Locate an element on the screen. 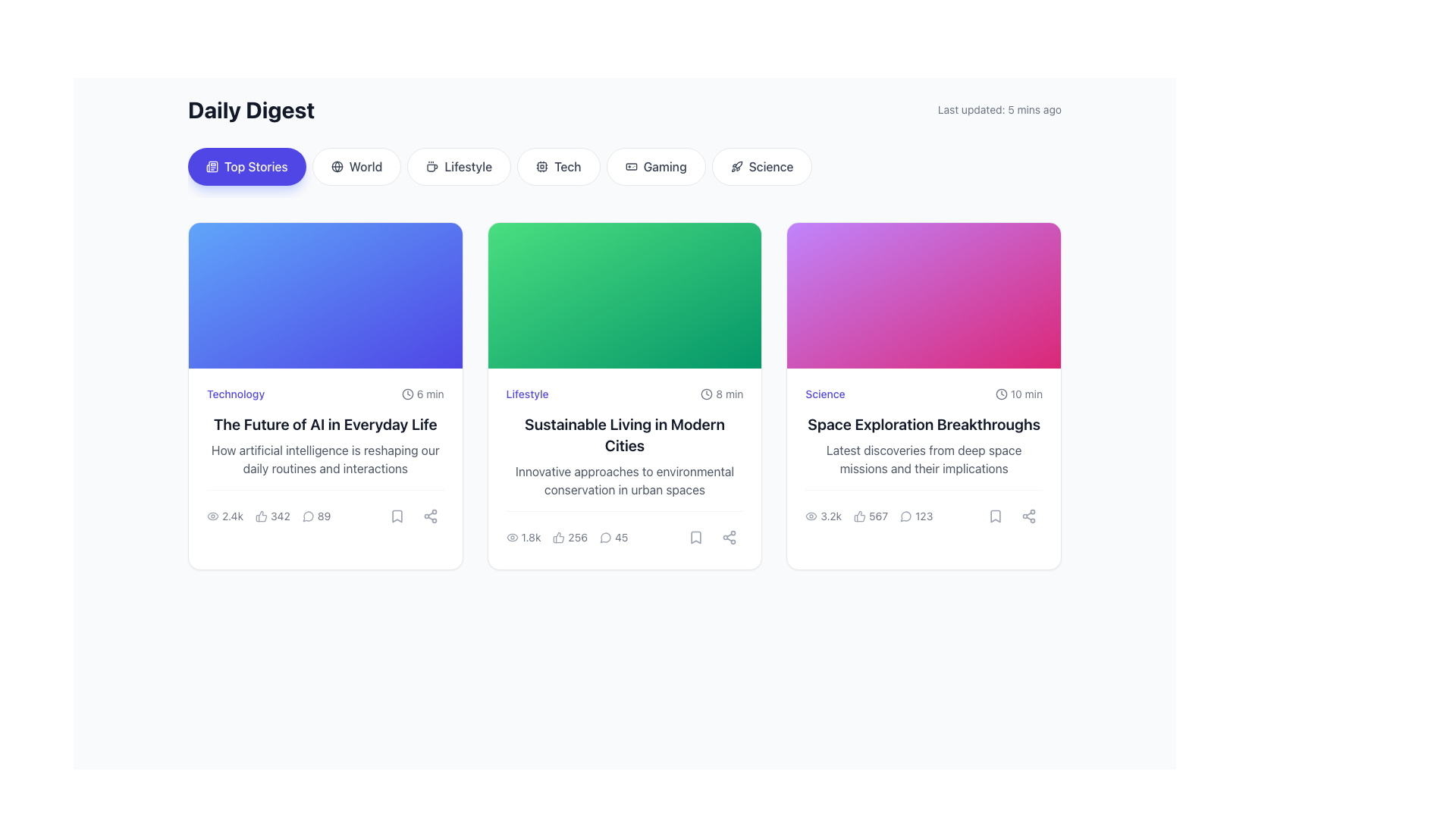 The width and height of the screenshot is (1456, 819). the visual indicator of the view count located at the bottom section of the third card in a horizontally aligned triplet of cards is located at coordinates (822, 516).